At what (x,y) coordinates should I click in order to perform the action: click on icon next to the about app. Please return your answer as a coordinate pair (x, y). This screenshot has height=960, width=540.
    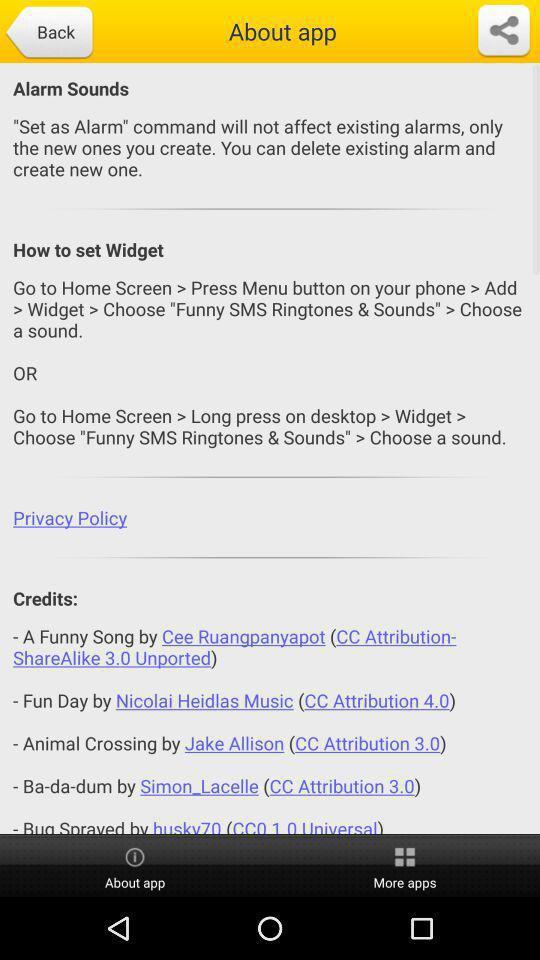
    Looking at the image, I should click on (48, 32).